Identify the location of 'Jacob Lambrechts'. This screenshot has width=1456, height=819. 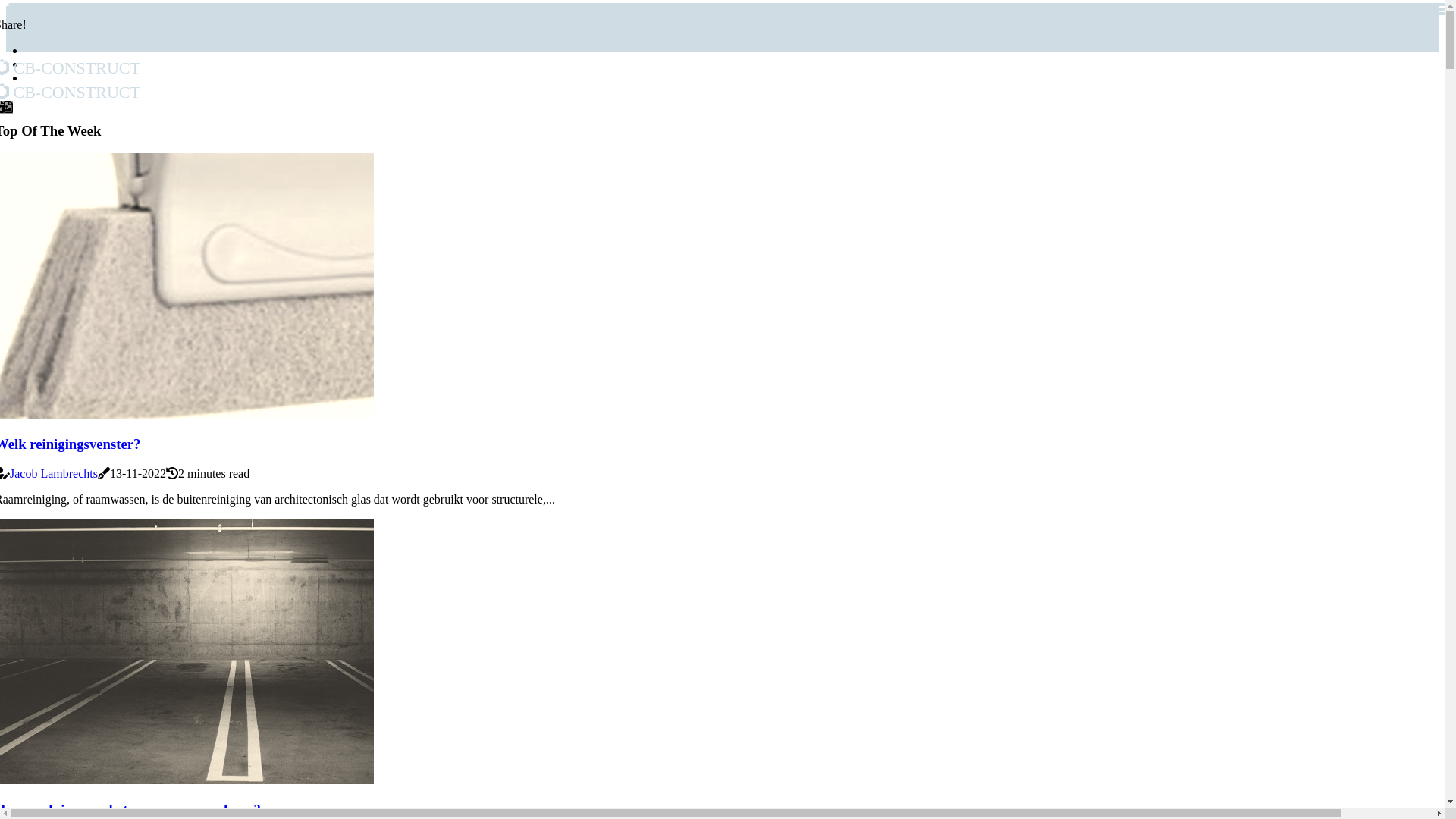
(54, 472).